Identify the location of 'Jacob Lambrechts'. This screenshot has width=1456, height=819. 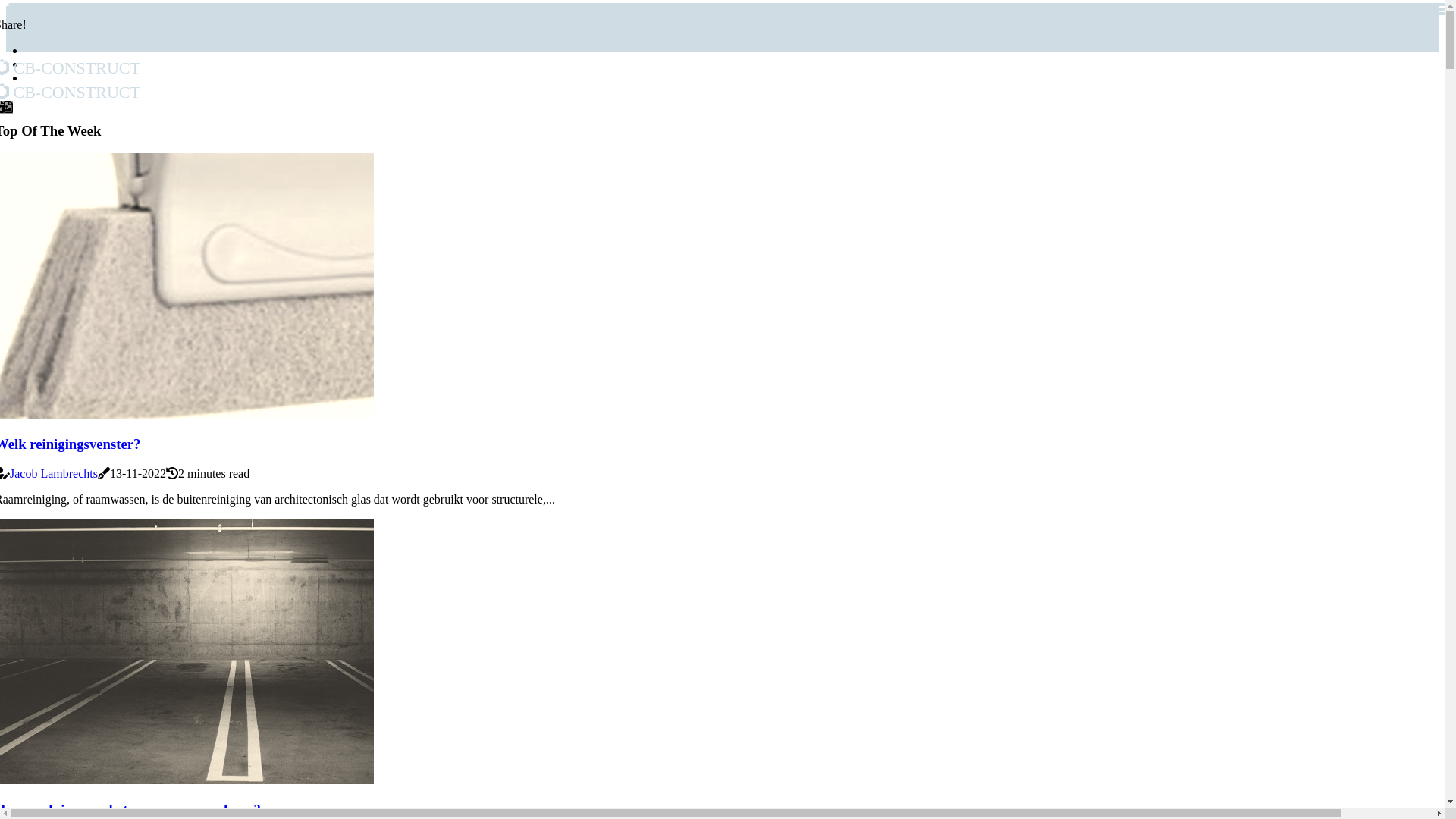
(54, 472).